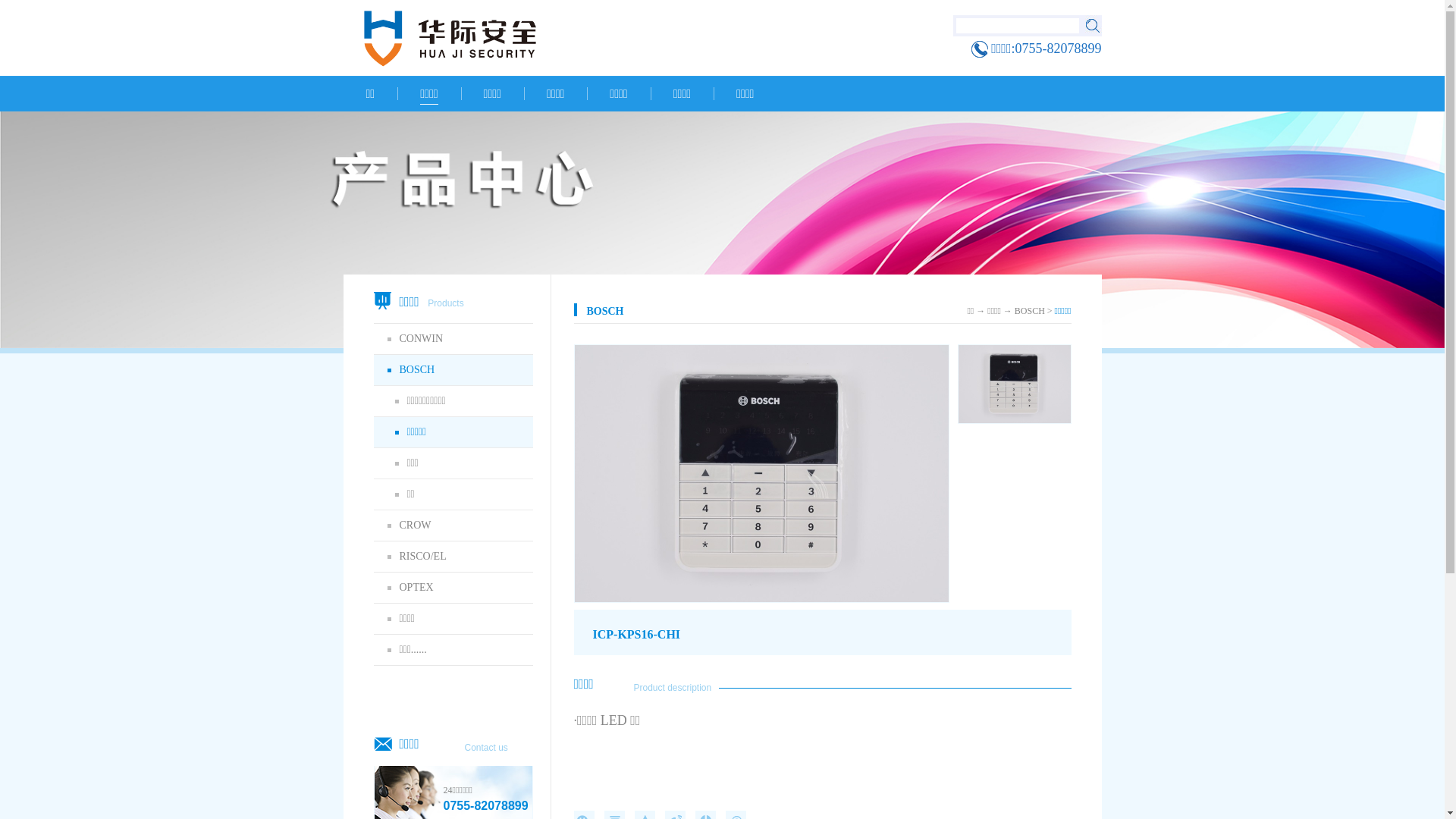 Image resolution: width=1456 pixels, height=819 pixels. I want to click on 'CROW', so click(451, 525).